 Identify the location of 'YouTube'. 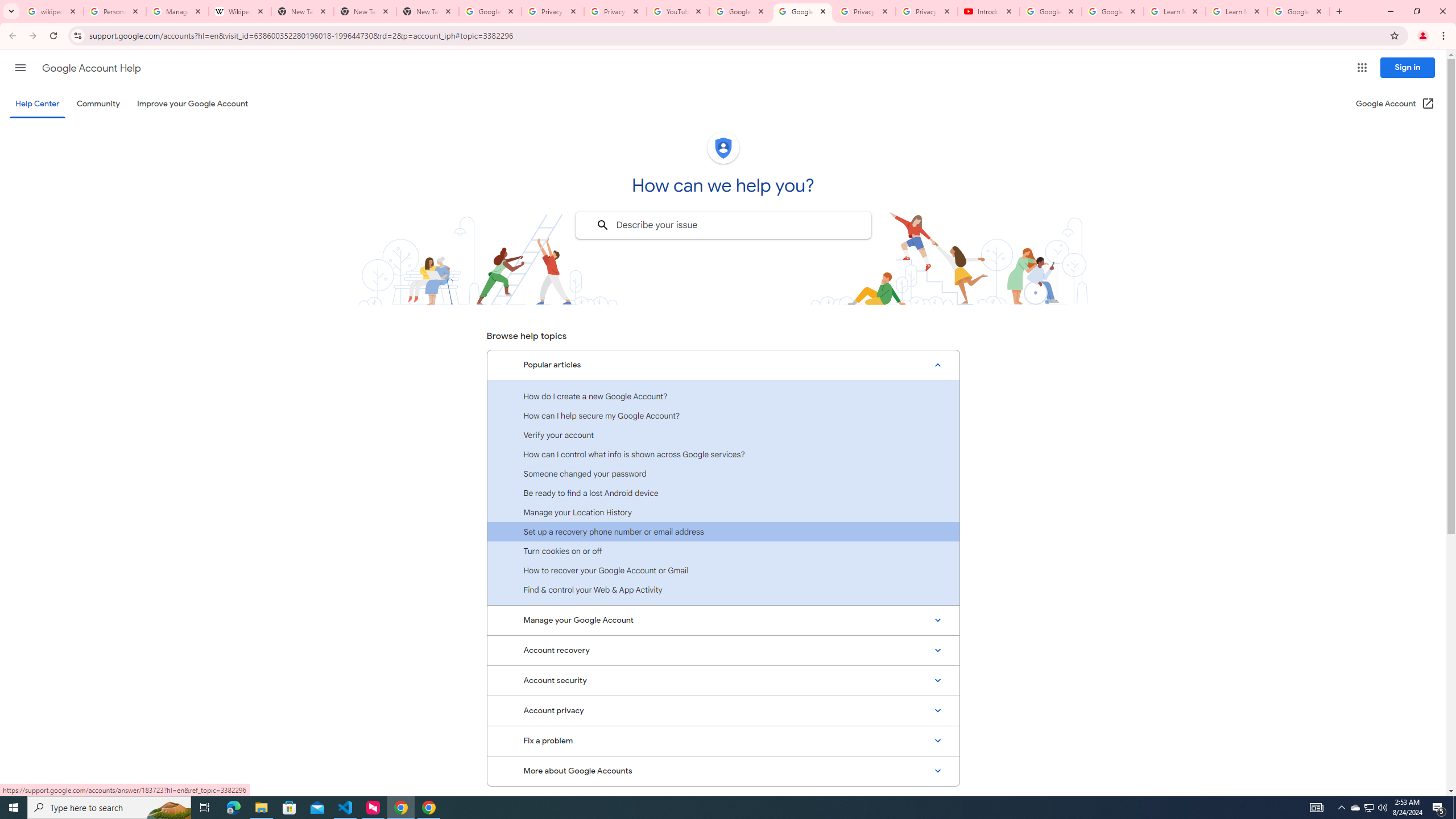
(677, 11).